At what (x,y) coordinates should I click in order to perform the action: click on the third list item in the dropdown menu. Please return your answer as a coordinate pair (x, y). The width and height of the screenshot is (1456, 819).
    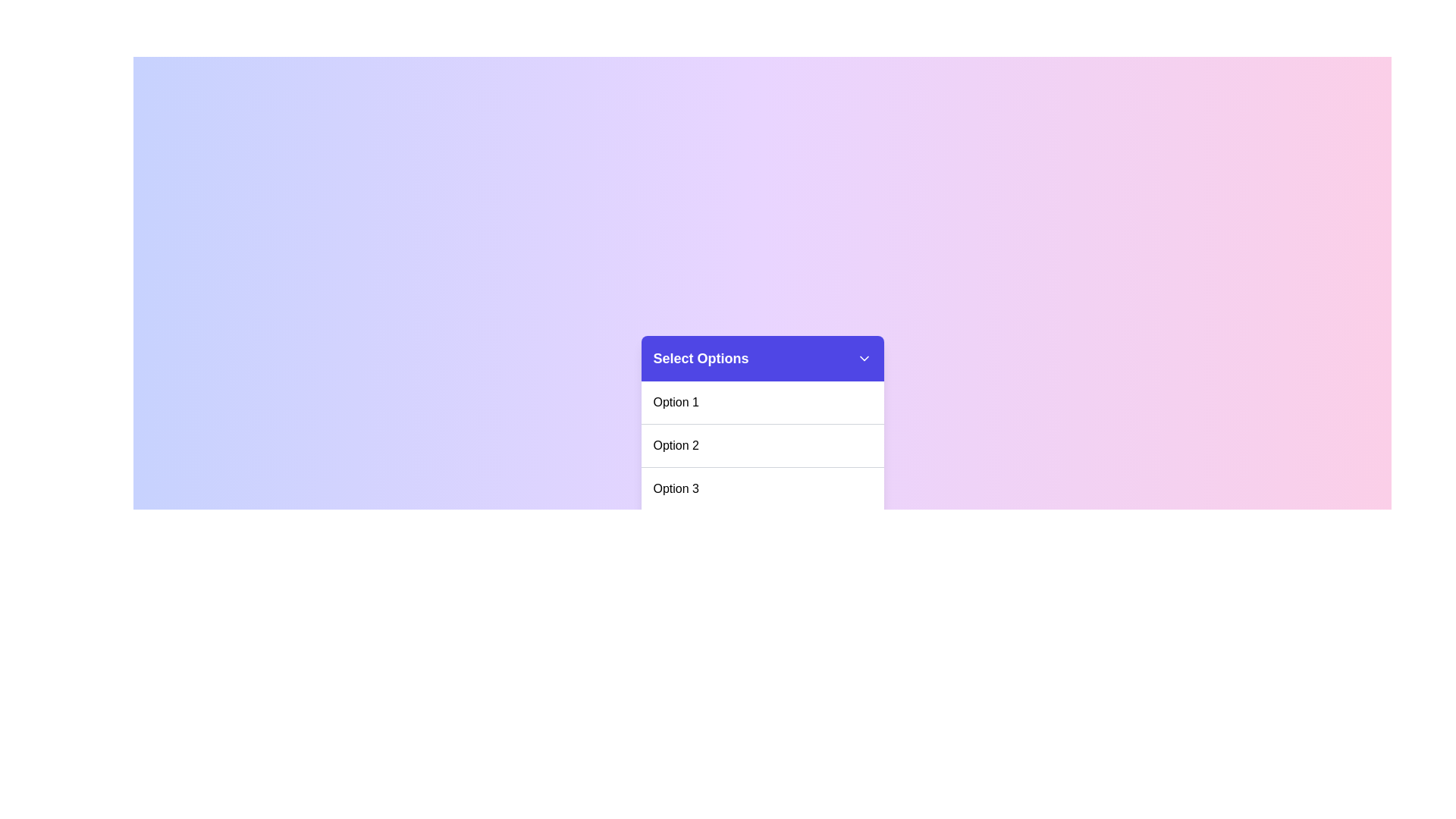
    Looking at the image, I should click on (762, 488).